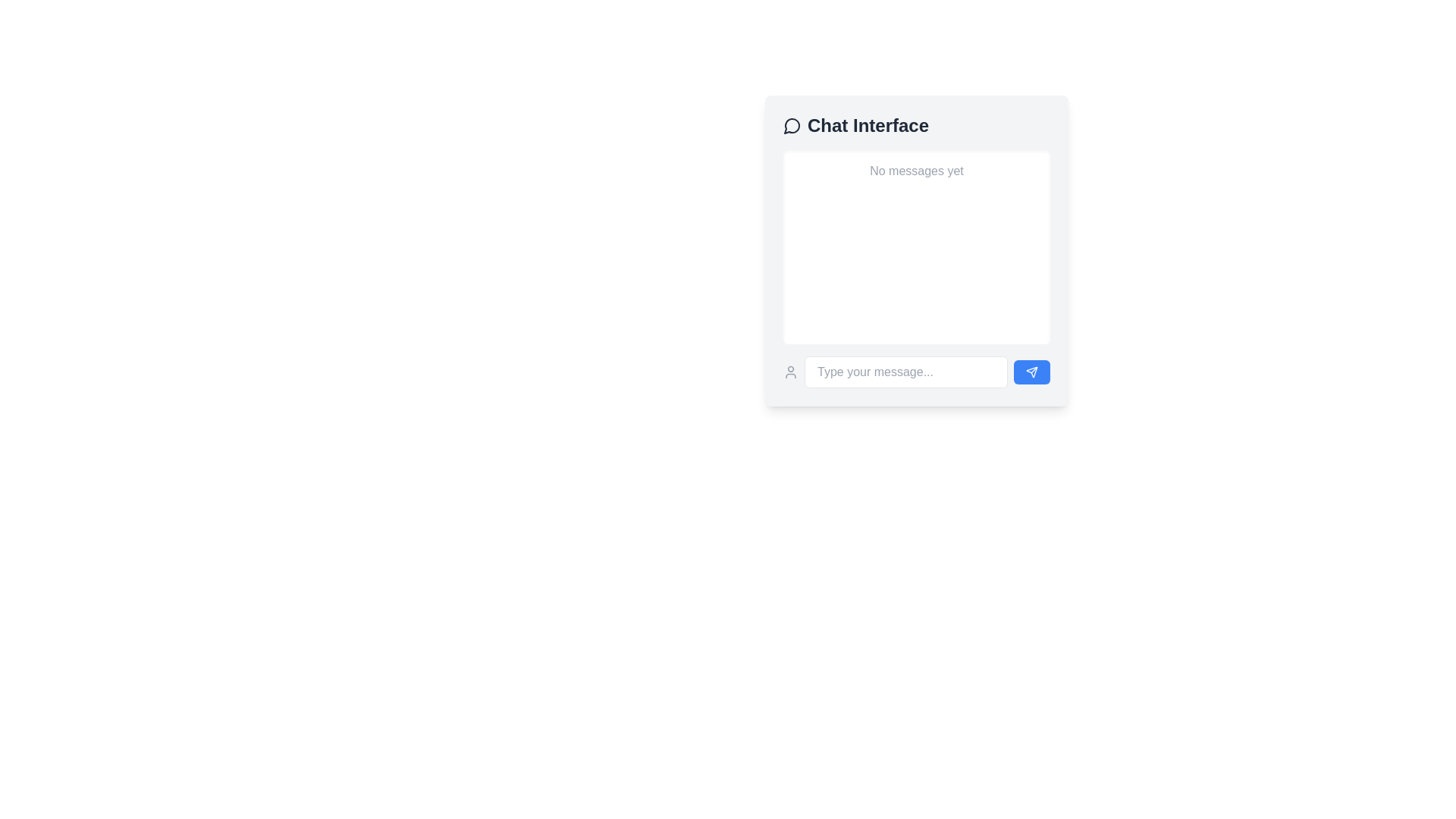 This screenshot has height=819, width=1456. I want to click on the user avatar icon, which is a compact circular icon with a gray hue located at the bottom left of the chat interface, so click(789, 372).